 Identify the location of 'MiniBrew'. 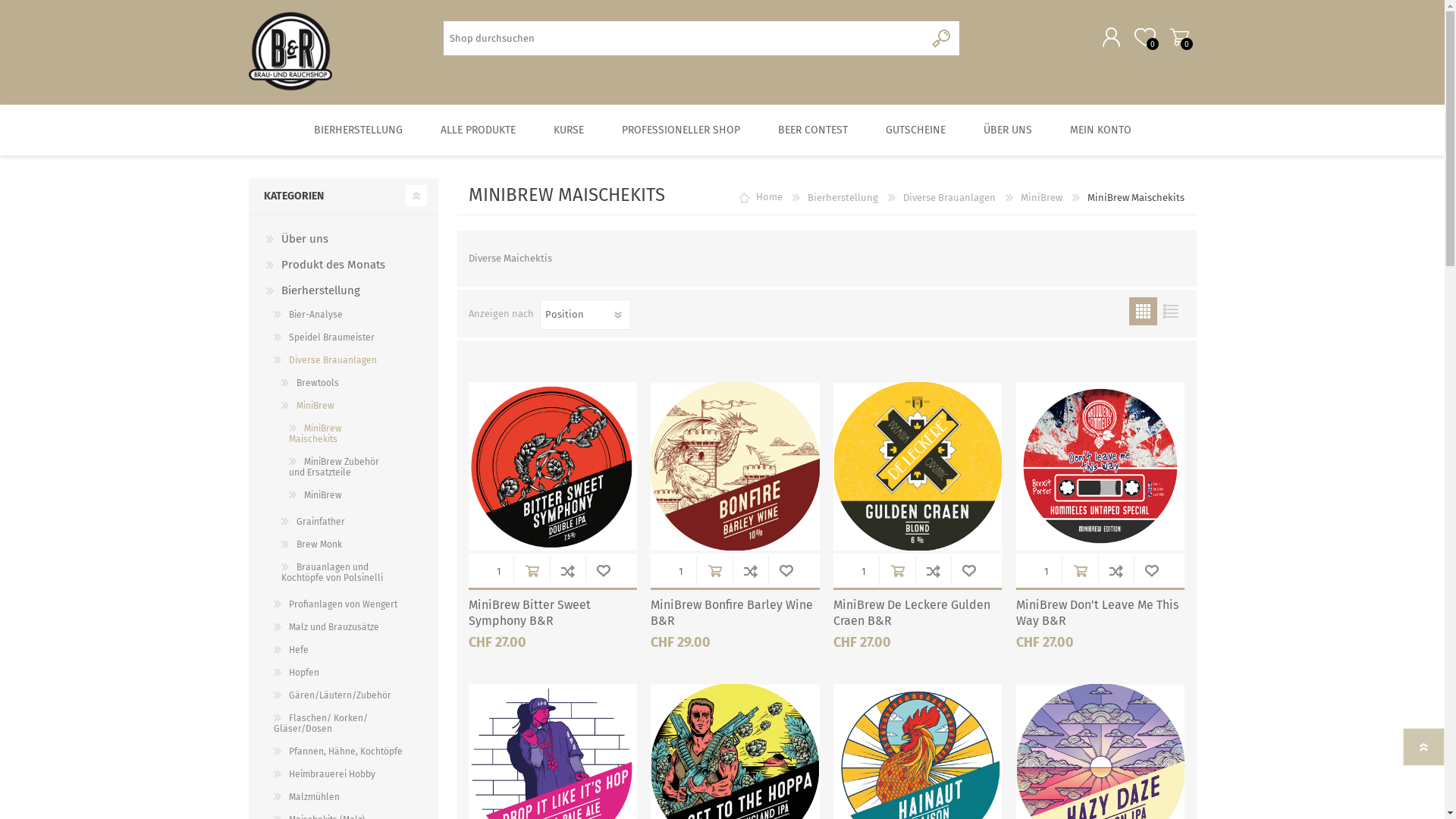
(315, 494).